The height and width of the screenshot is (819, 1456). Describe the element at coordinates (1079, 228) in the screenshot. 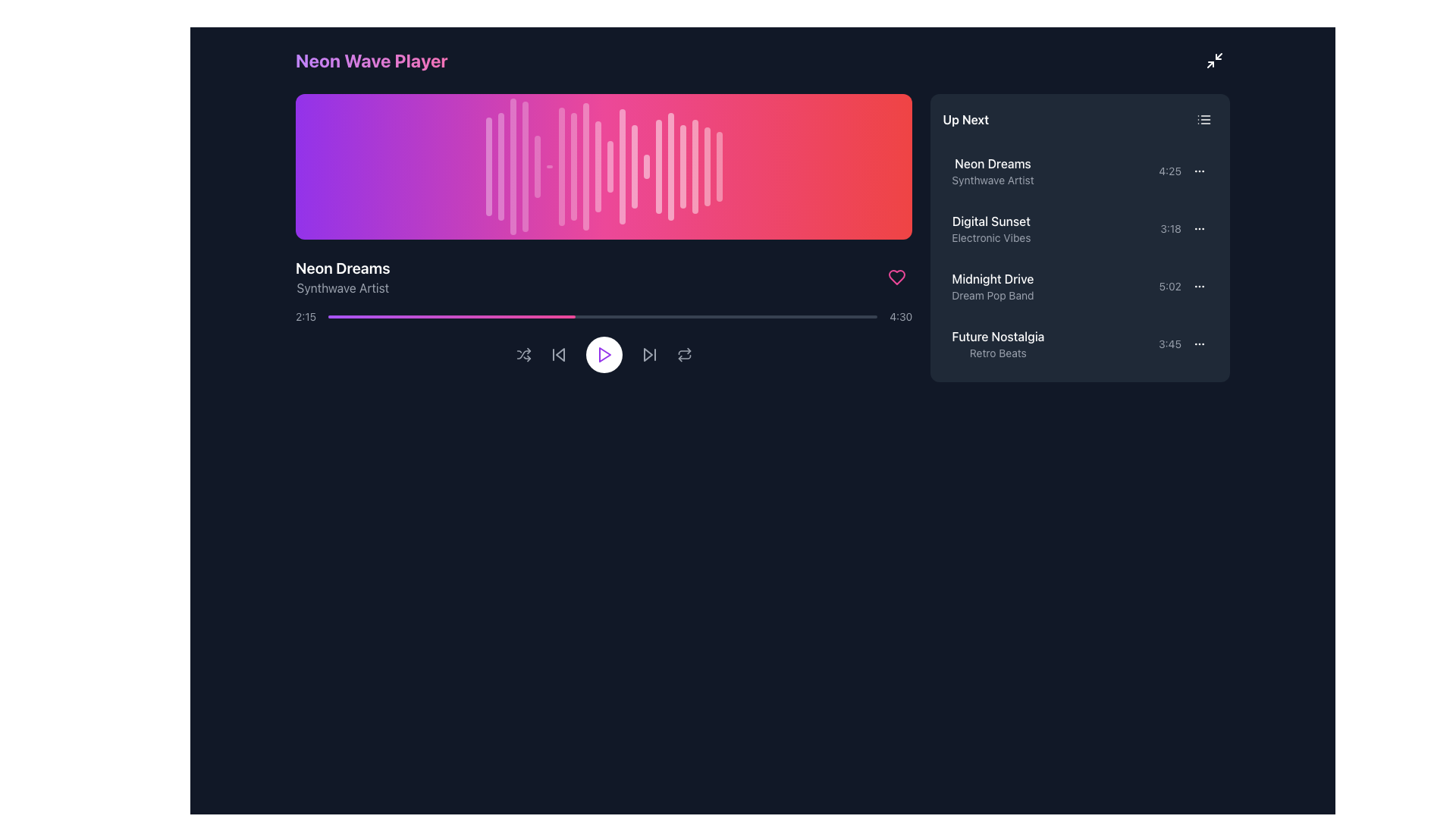

I see `the second item in the playlist titled 'Digital Sunset' to play the song` at that location.